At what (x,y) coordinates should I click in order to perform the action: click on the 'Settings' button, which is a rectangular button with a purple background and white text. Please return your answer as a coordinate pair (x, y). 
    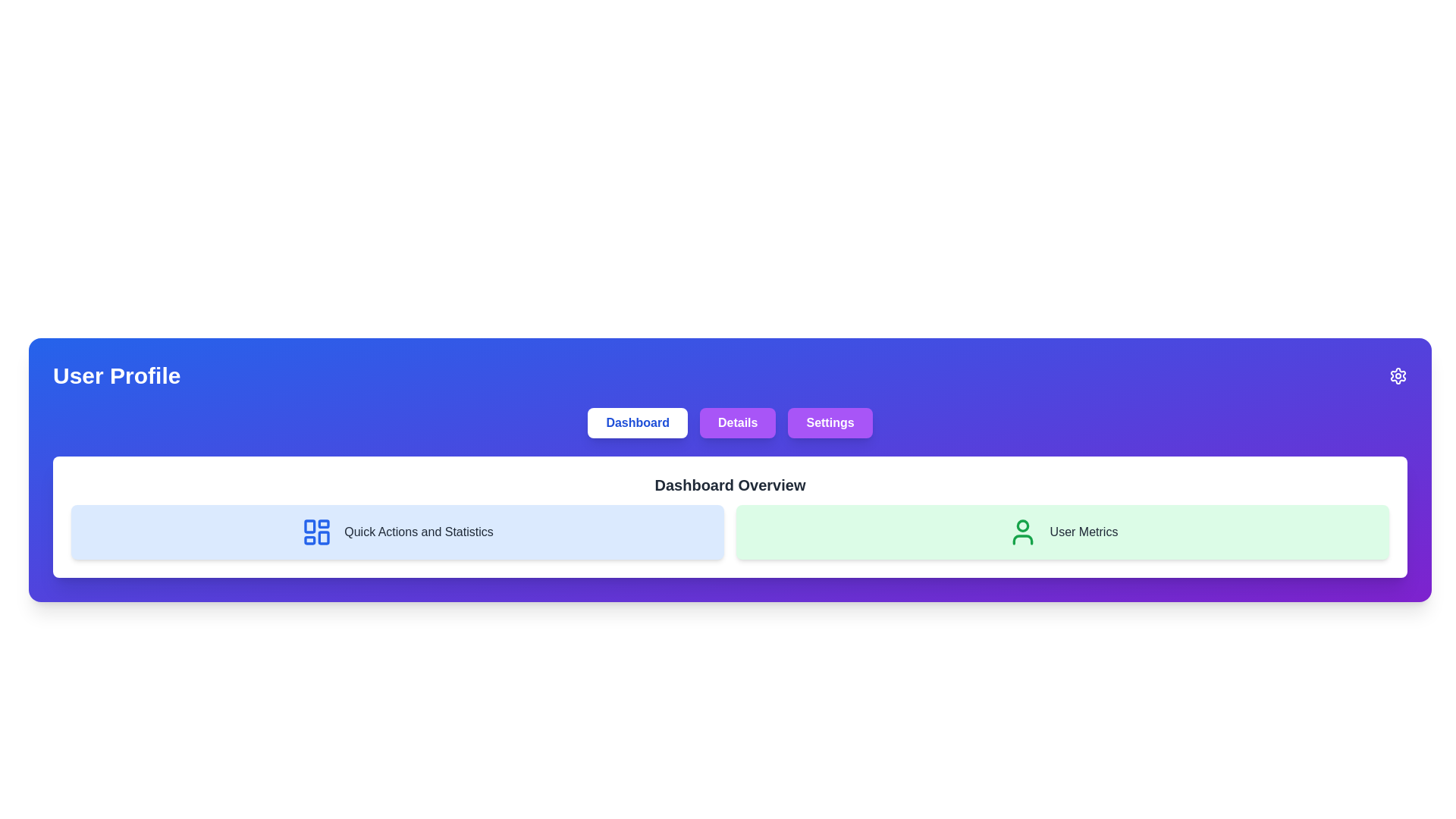
    Looking at the image, I should click on (829, 423).